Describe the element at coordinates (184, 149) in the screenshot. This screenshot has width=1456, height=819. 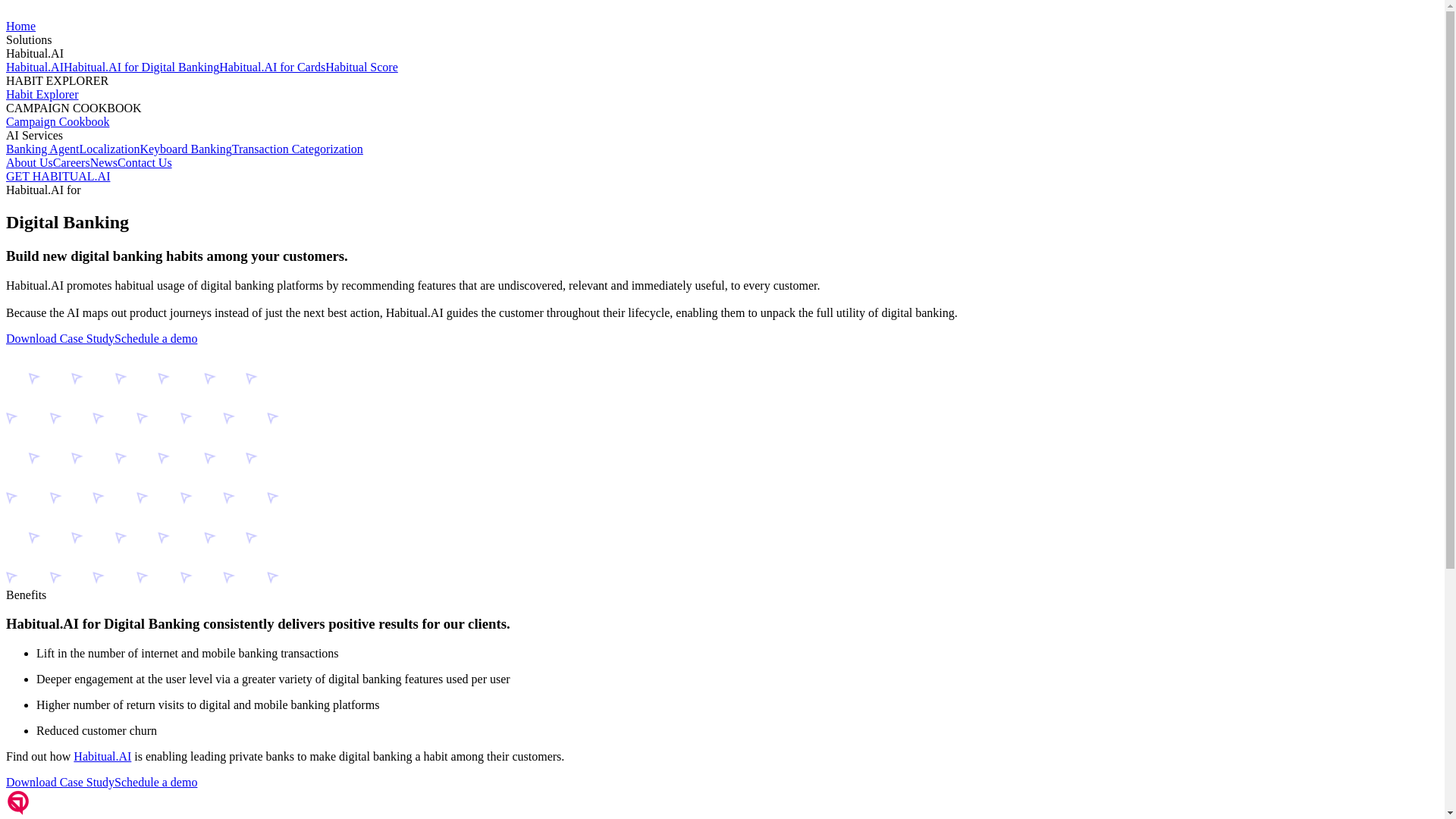
I see `'Keyboard Banking'` at that location.